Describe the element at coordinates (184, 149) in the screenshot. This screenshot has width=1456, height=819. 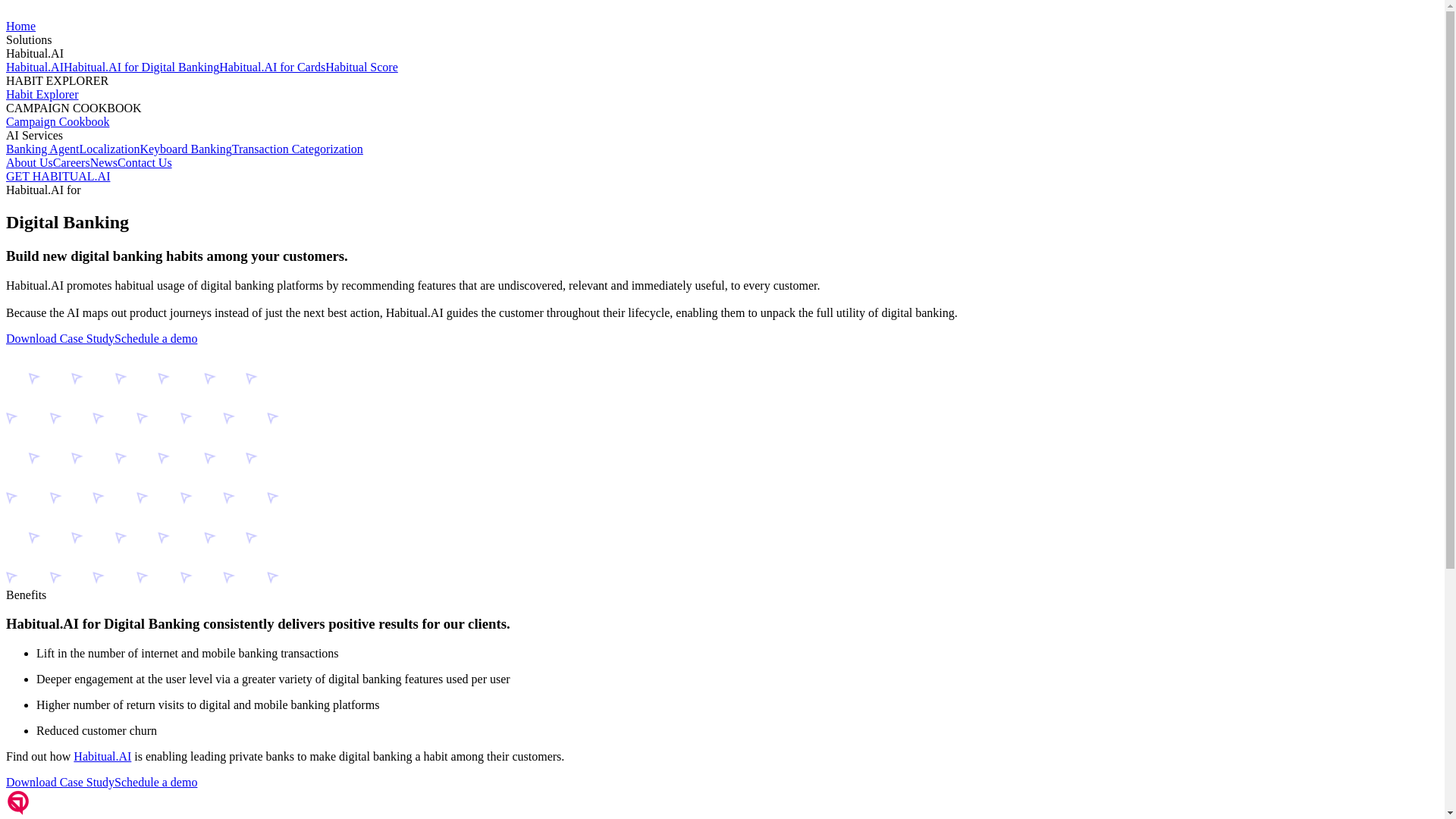
I see `'Keyboard Banking'` at that location.